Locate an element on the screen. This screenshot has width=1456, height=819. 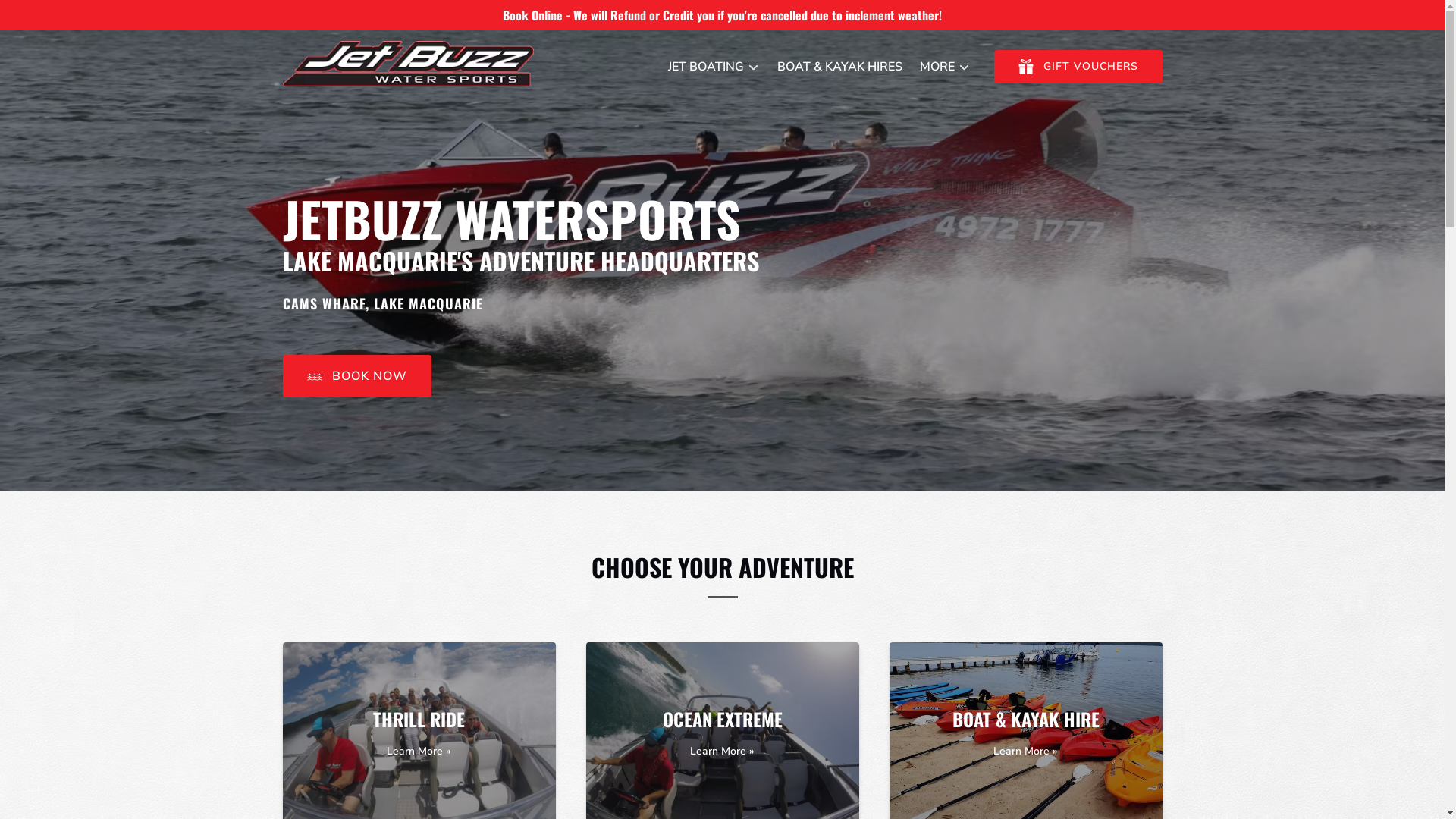
'Skip to footer' is located at coordinates (45, 17).